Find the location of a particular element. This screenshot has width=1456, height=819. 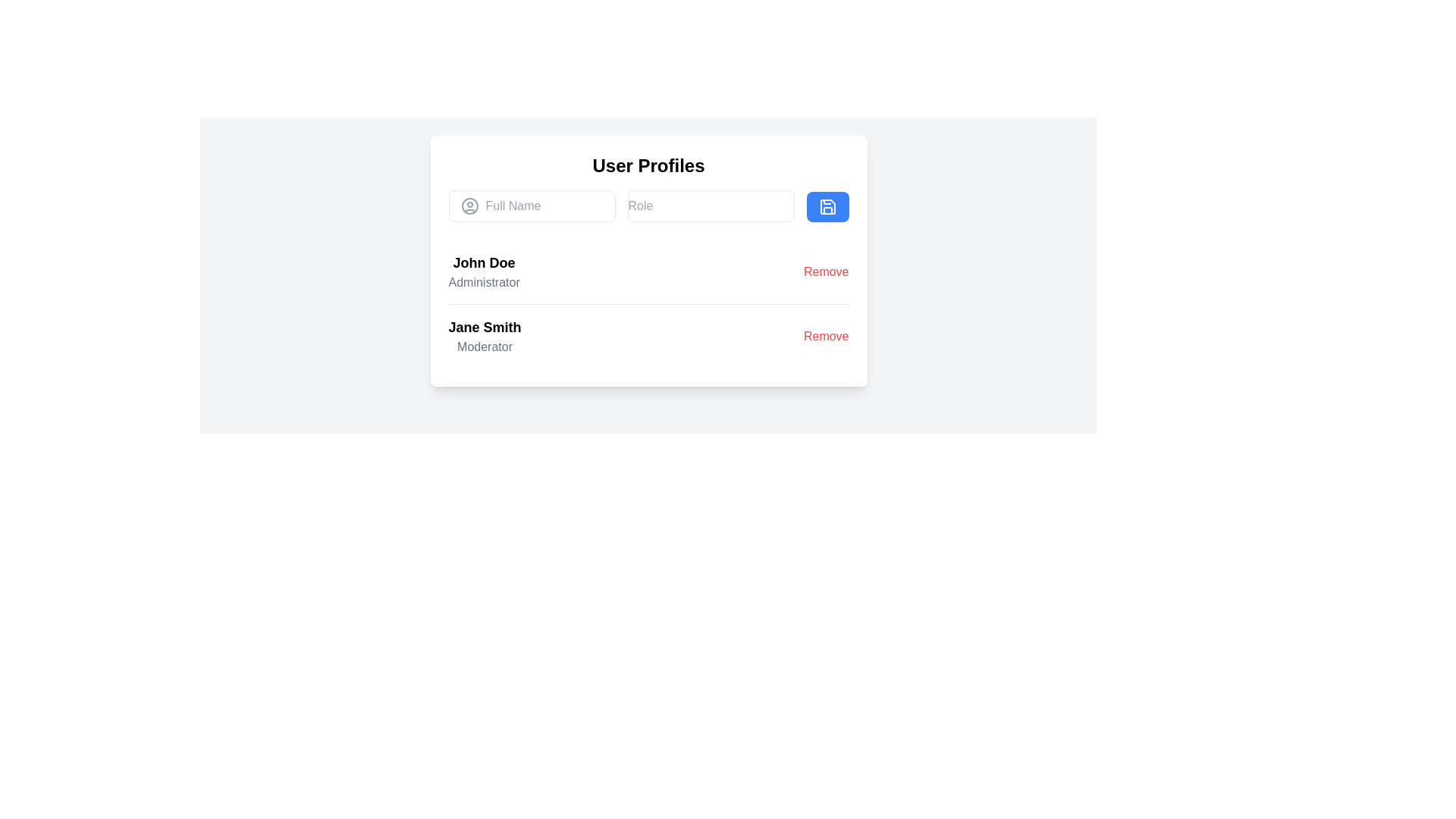

the text label displaying the name 'Jane Smith' in the user's profile information, which is located in the second list item of the user profiles list is located at coordinates (484, 327).